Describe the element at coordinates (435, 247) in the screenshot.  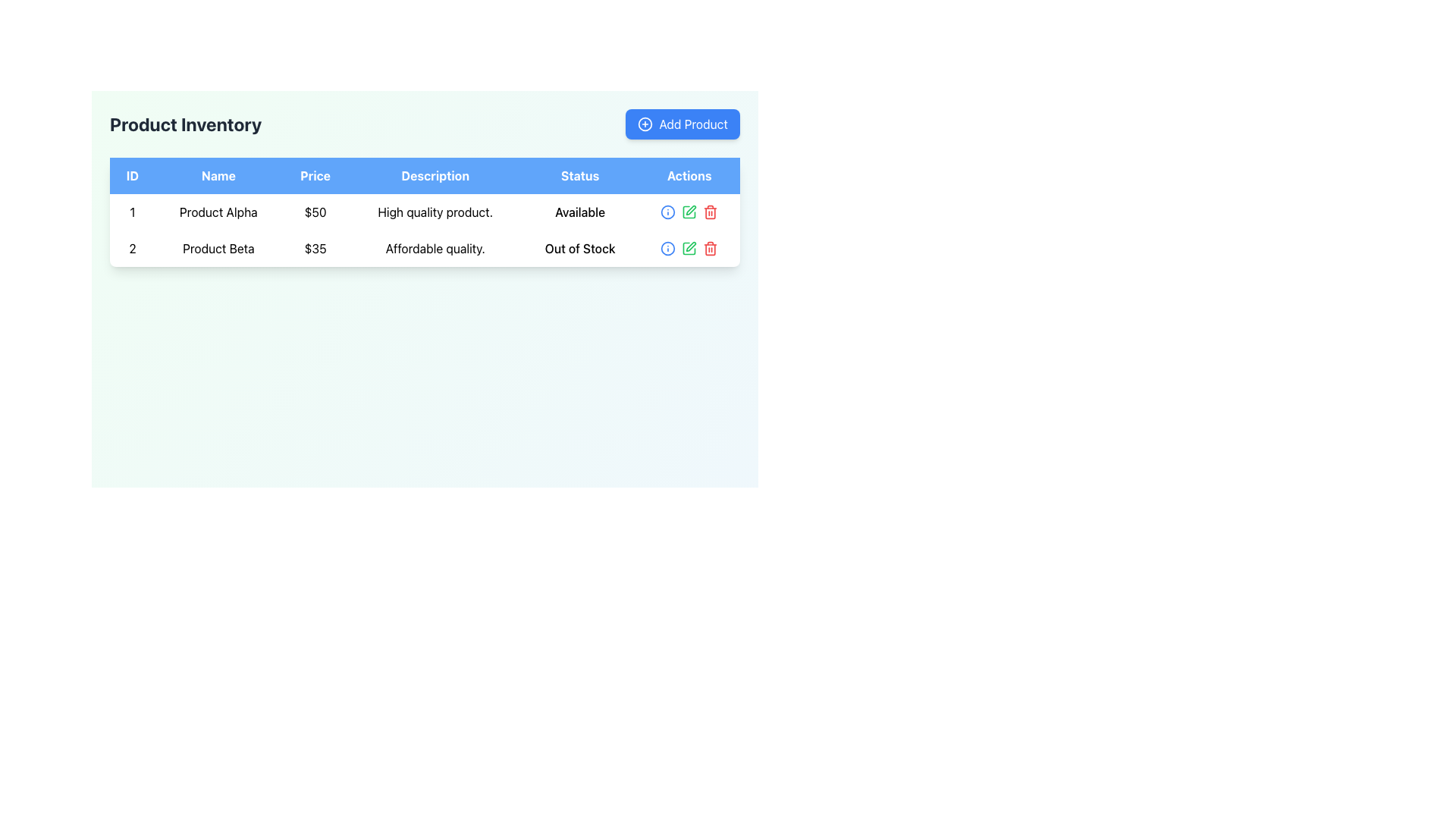
I see `the textual description of 'Product Beta' located in the 'Description' column of the table, which is centrally aligned within its cell` at that location.